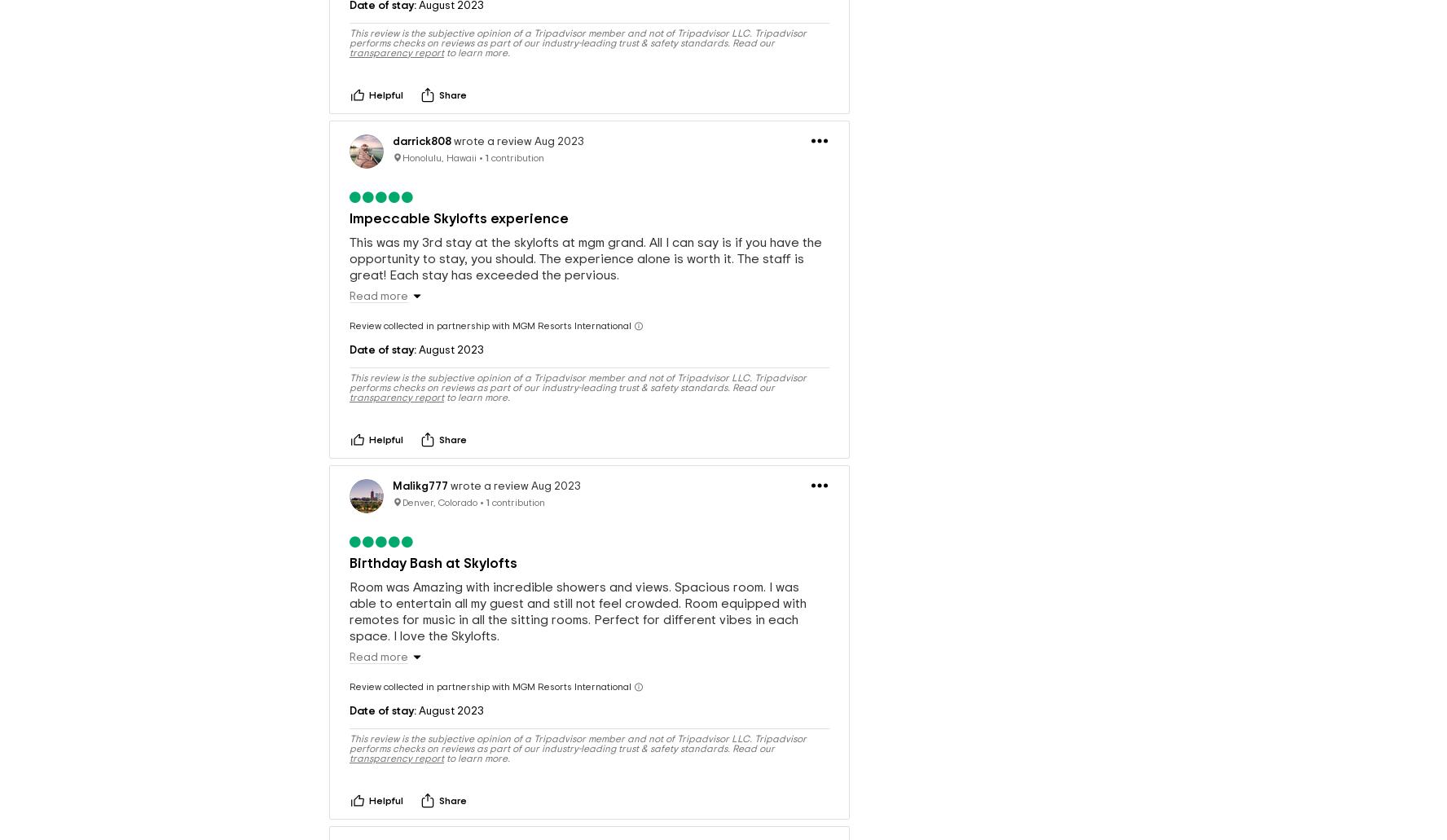 The image size is (1447, 840). What do you see at coordinates (421, 114) in the screenshot?
I see `'darrick808'` at bounding box center [421, 114].